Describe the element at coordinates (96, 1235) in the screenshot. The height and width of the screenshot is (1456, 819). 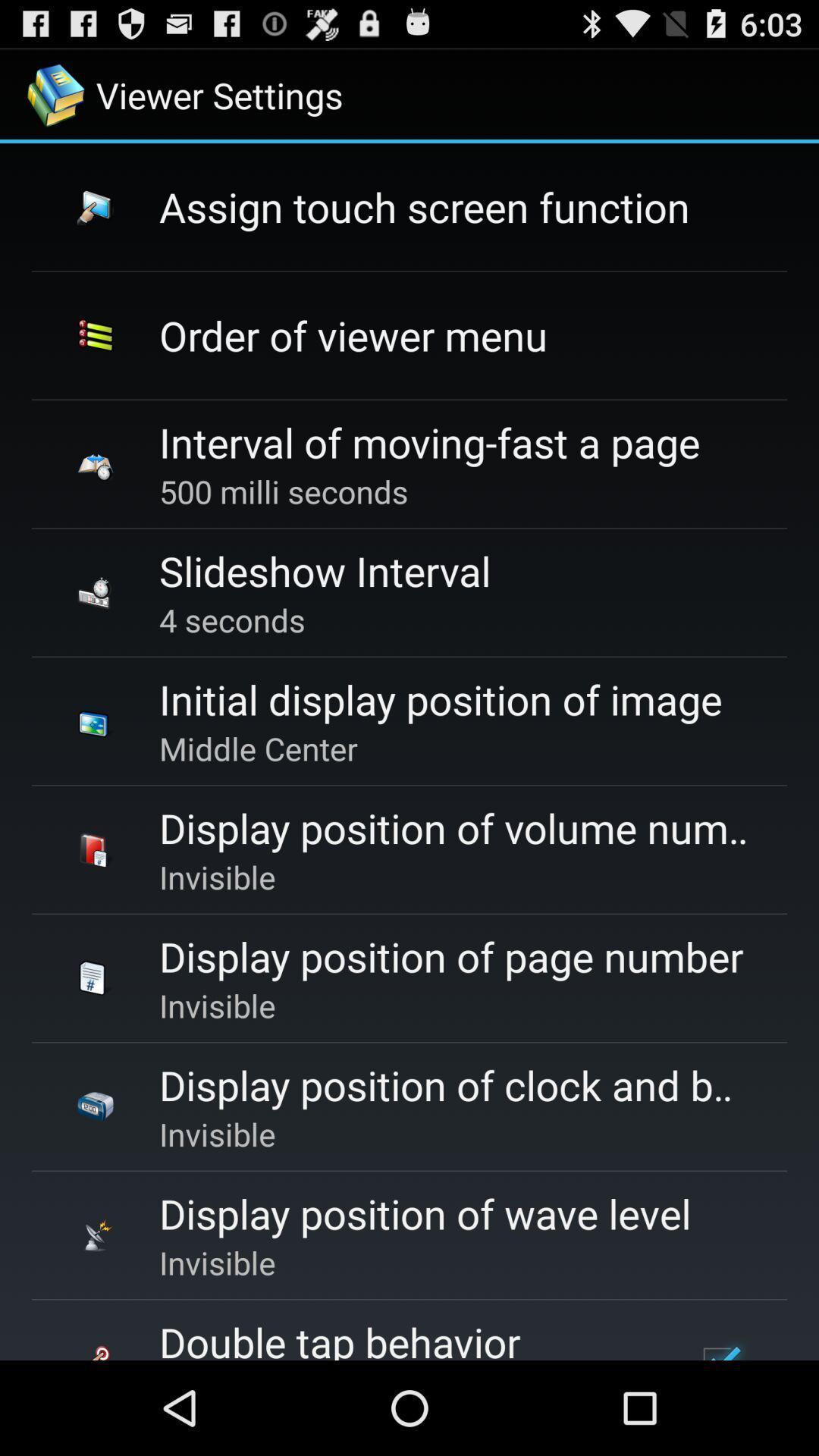
I see `icon in second option from bottom` at that location.